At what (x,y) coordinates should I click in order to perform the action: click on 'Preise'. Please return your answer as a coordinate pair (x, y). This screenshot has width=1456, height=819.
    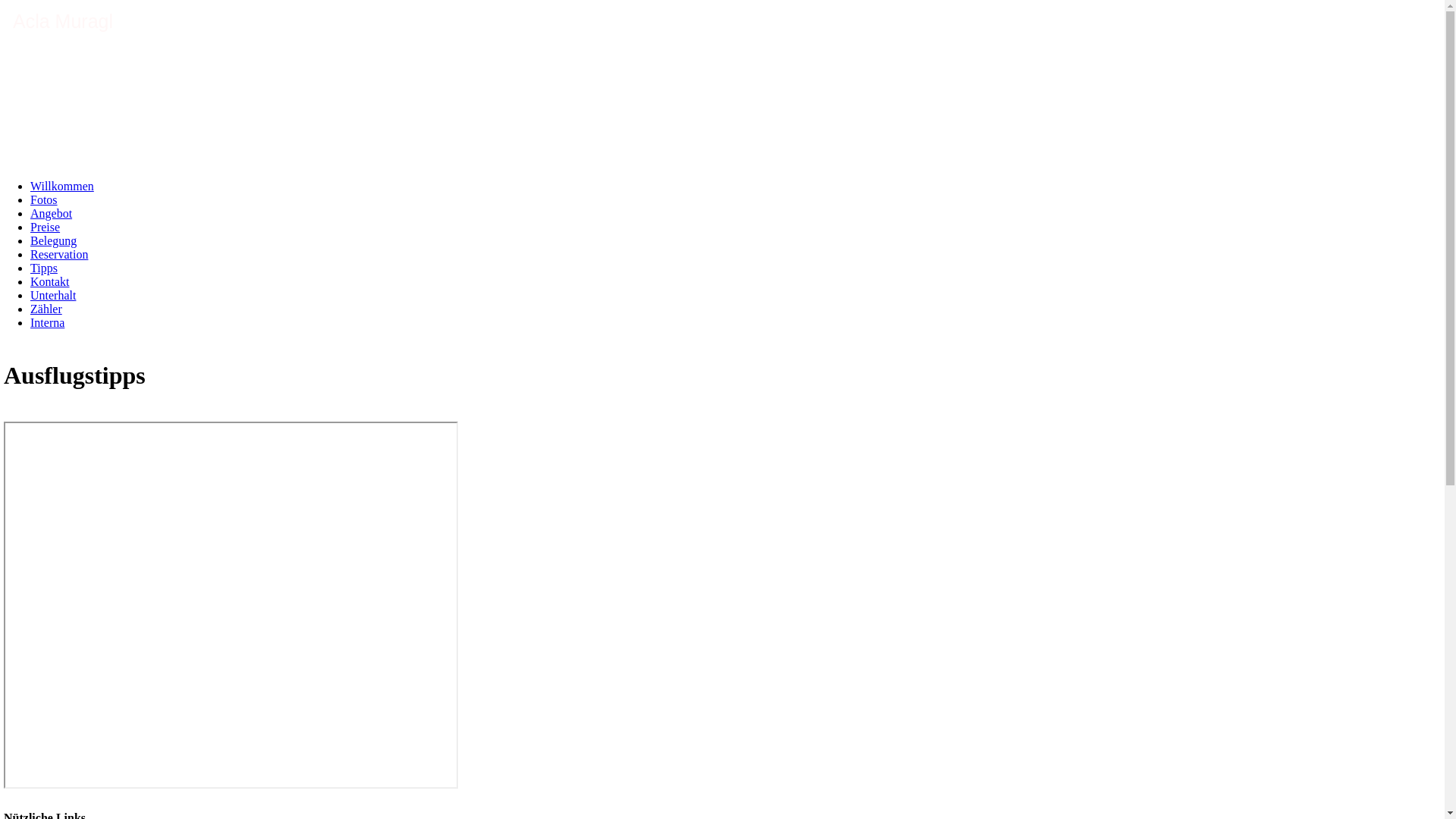
    Looking at the image, I should click on (45, 227).